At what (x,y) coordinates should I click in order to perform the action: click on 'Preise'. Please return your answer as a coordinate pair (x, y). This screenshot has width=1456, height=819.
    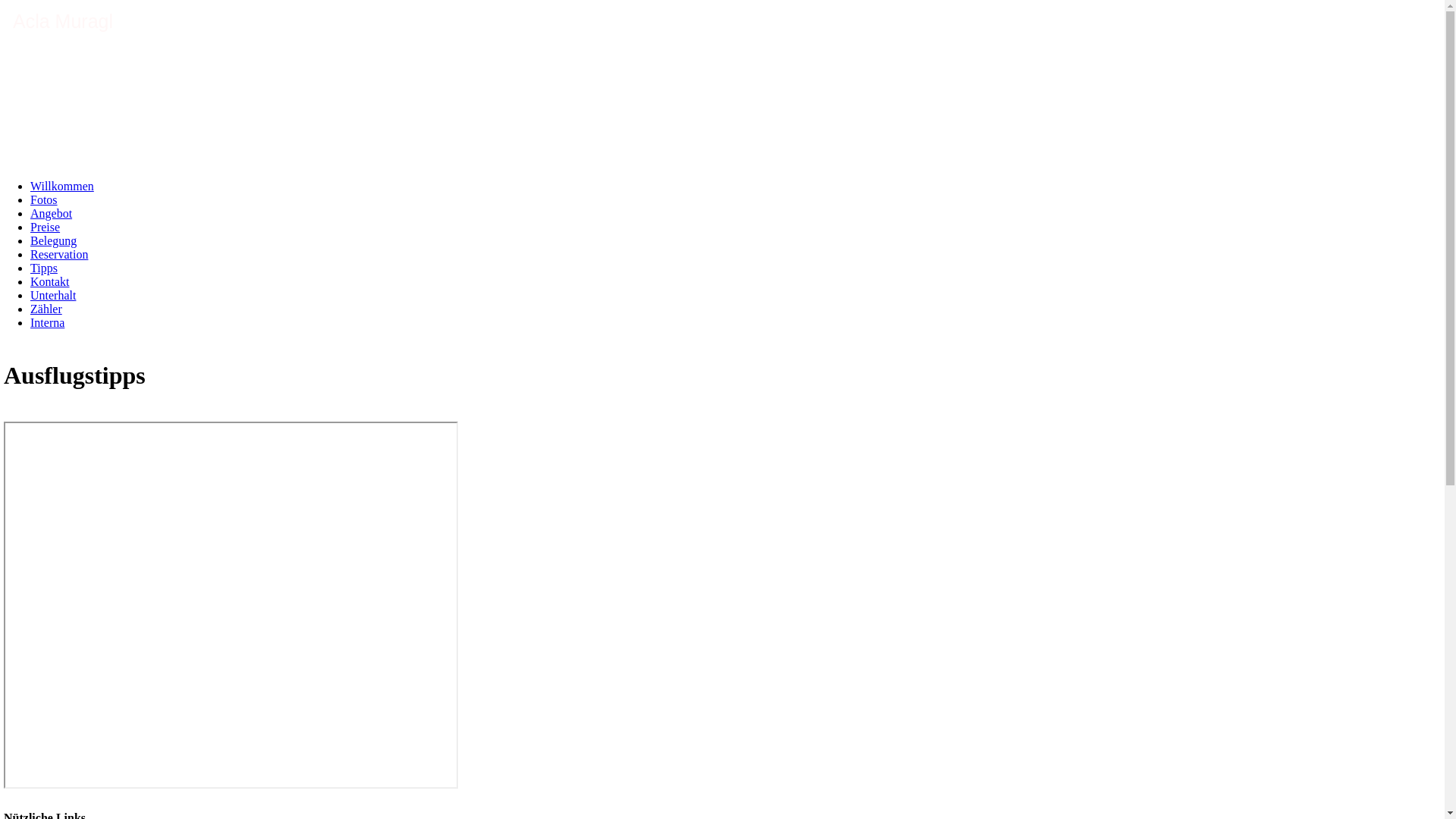
    Looking at the image, I should click on (45, 227).